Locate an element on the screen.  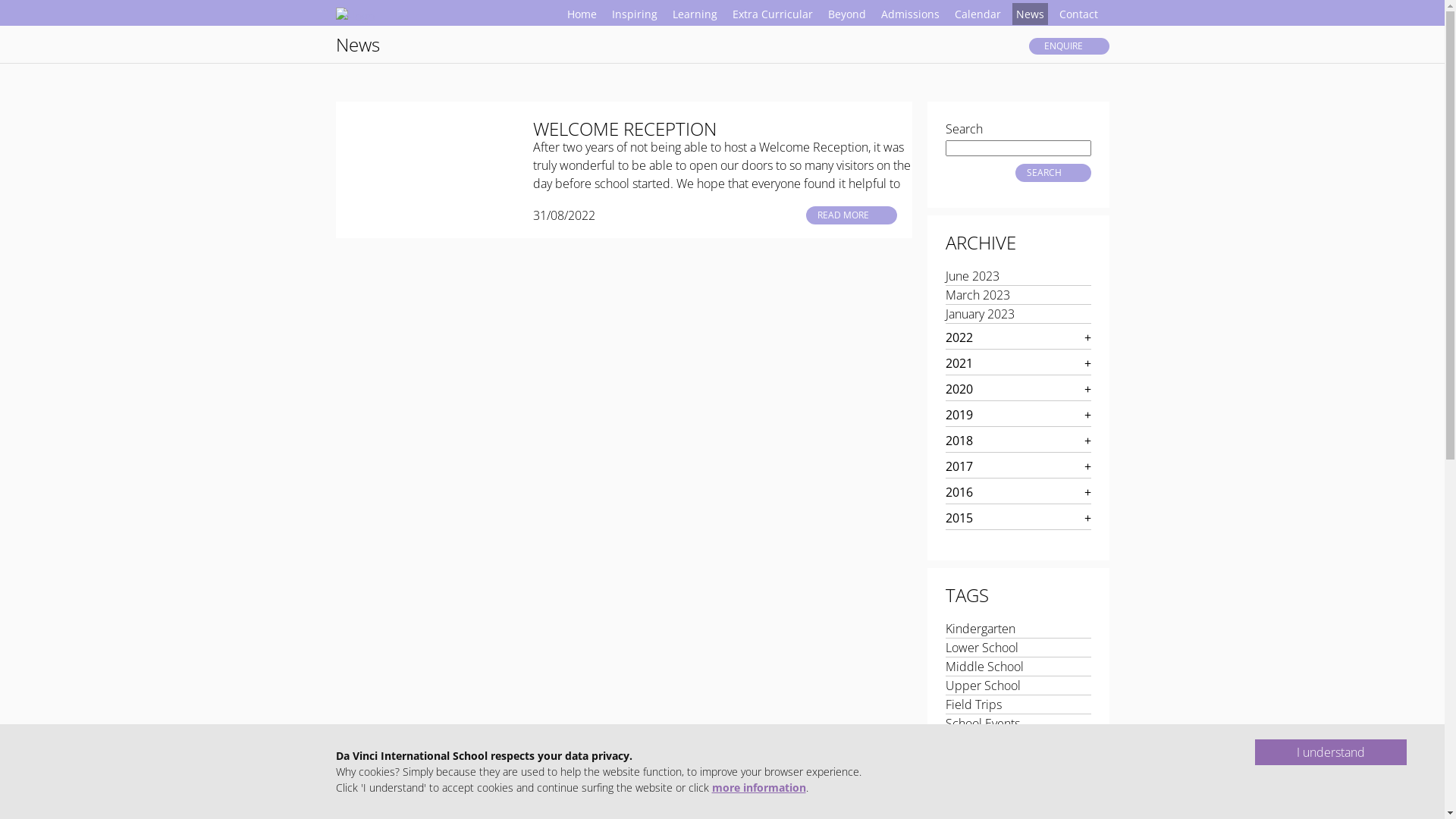
'Lower School' is located at coordinates (981, 647).